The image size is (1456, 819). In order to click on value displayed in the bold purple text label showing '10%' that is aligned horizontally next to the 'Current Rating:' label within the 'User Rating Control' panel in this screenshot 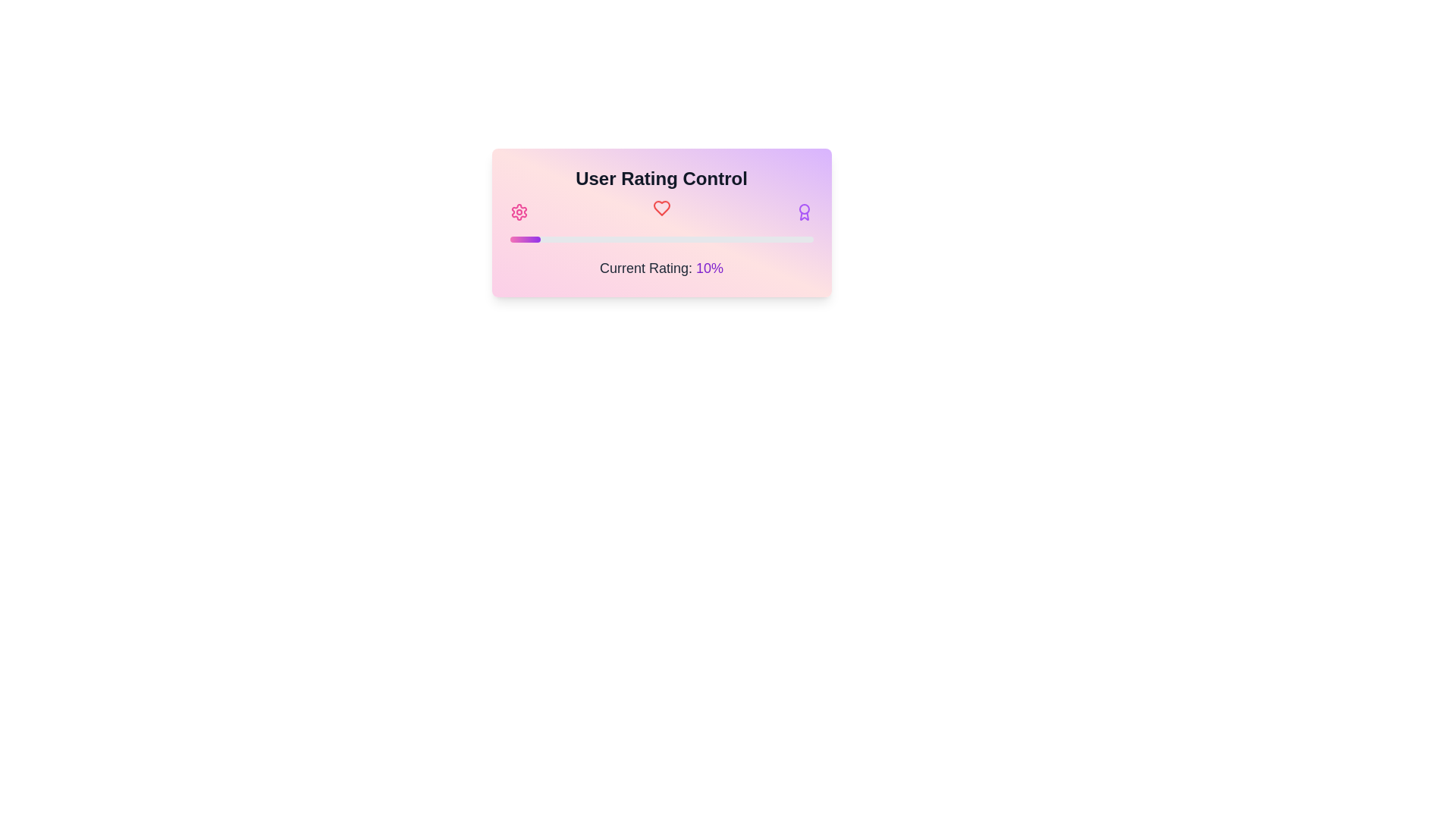, I will do `click(709, 268)`.